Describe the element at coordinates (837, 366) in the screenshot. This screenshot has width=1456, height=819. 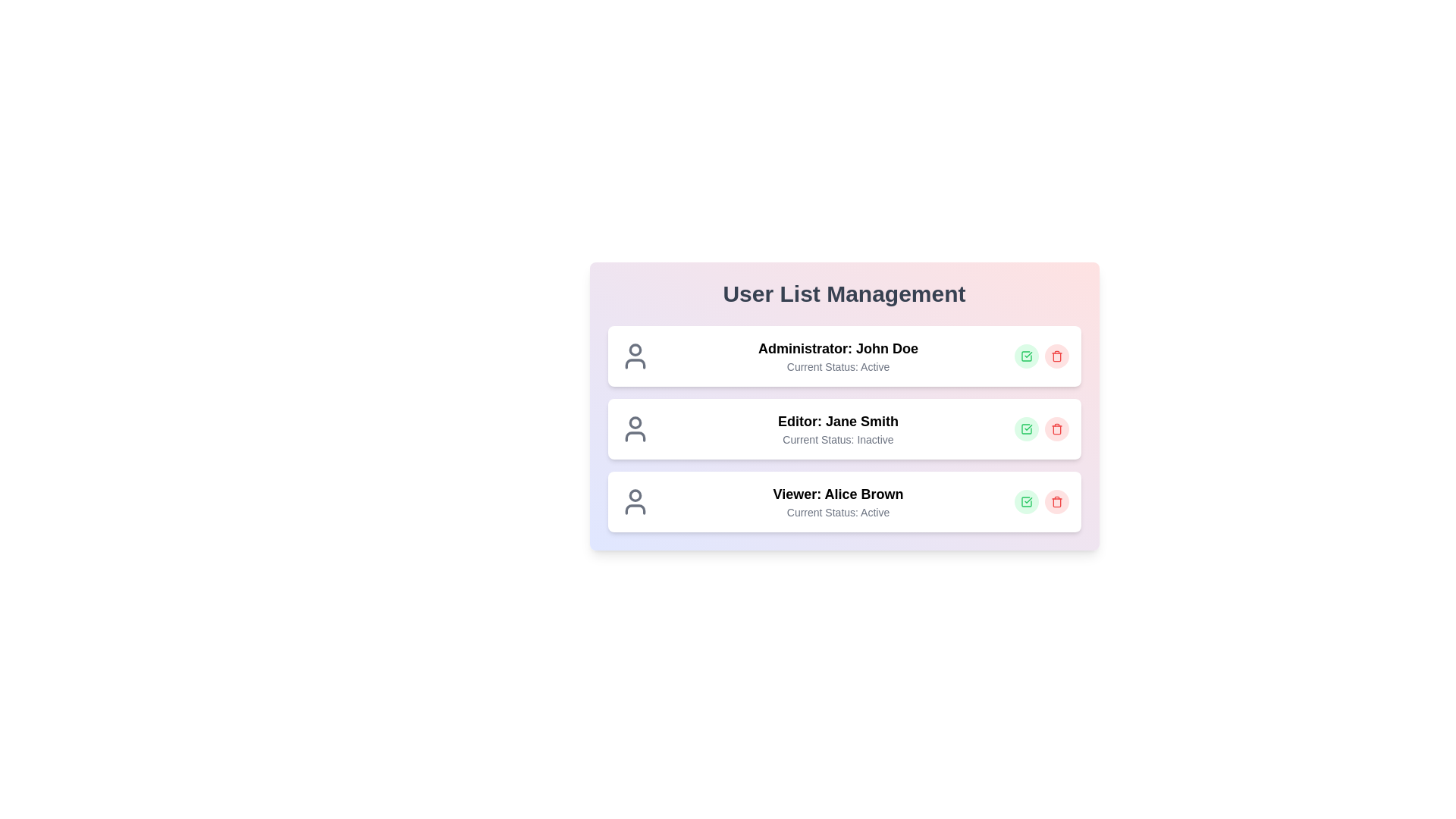
I see `the text label displaying 'Current Status: Active', which is positioned directly below 'Administrator: John Doe' within the first user card in the 'User List Management' section` at that location.